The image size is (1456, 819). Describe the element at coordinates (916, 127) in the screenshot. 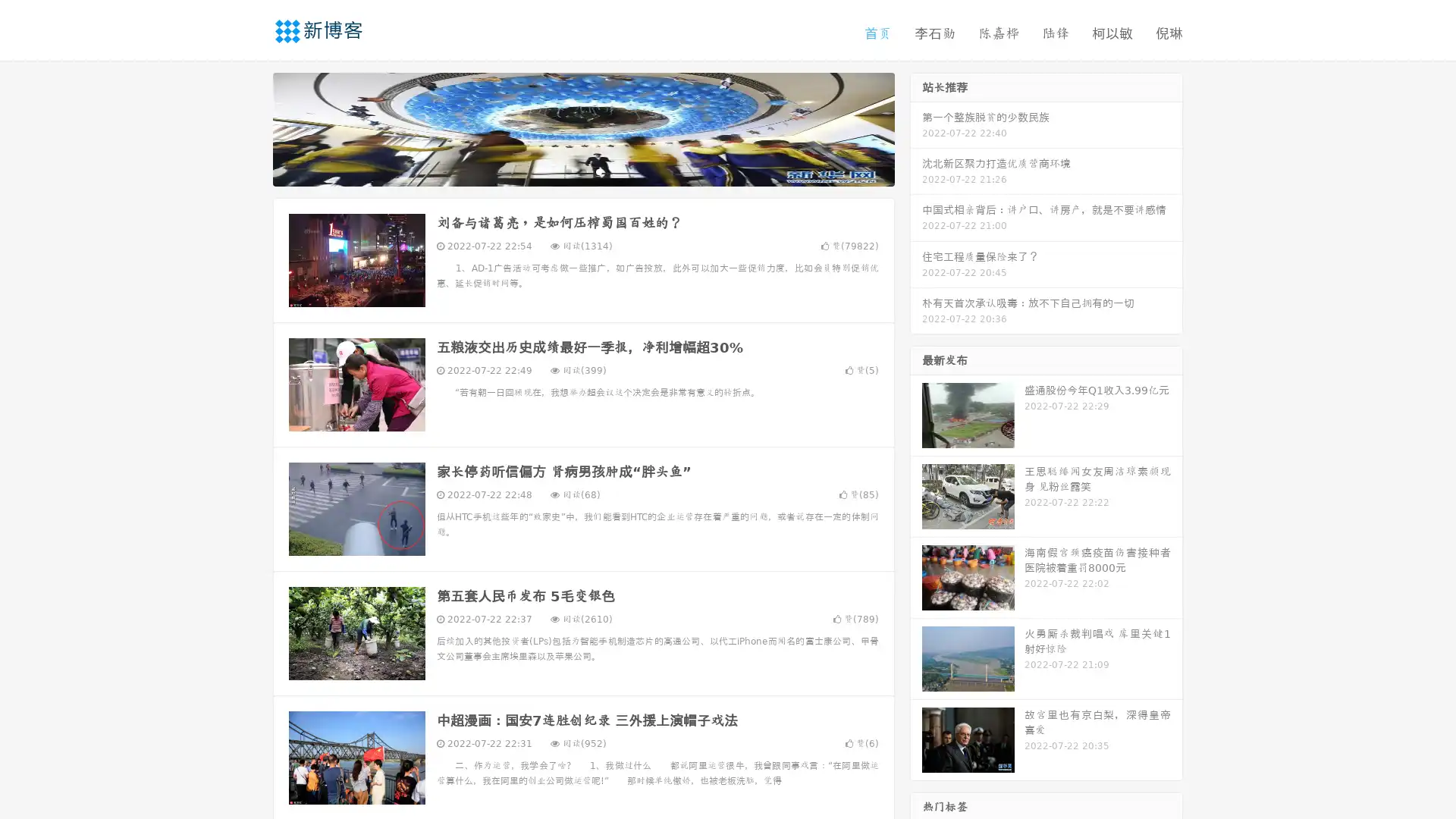

I see `Next slide` at that location.